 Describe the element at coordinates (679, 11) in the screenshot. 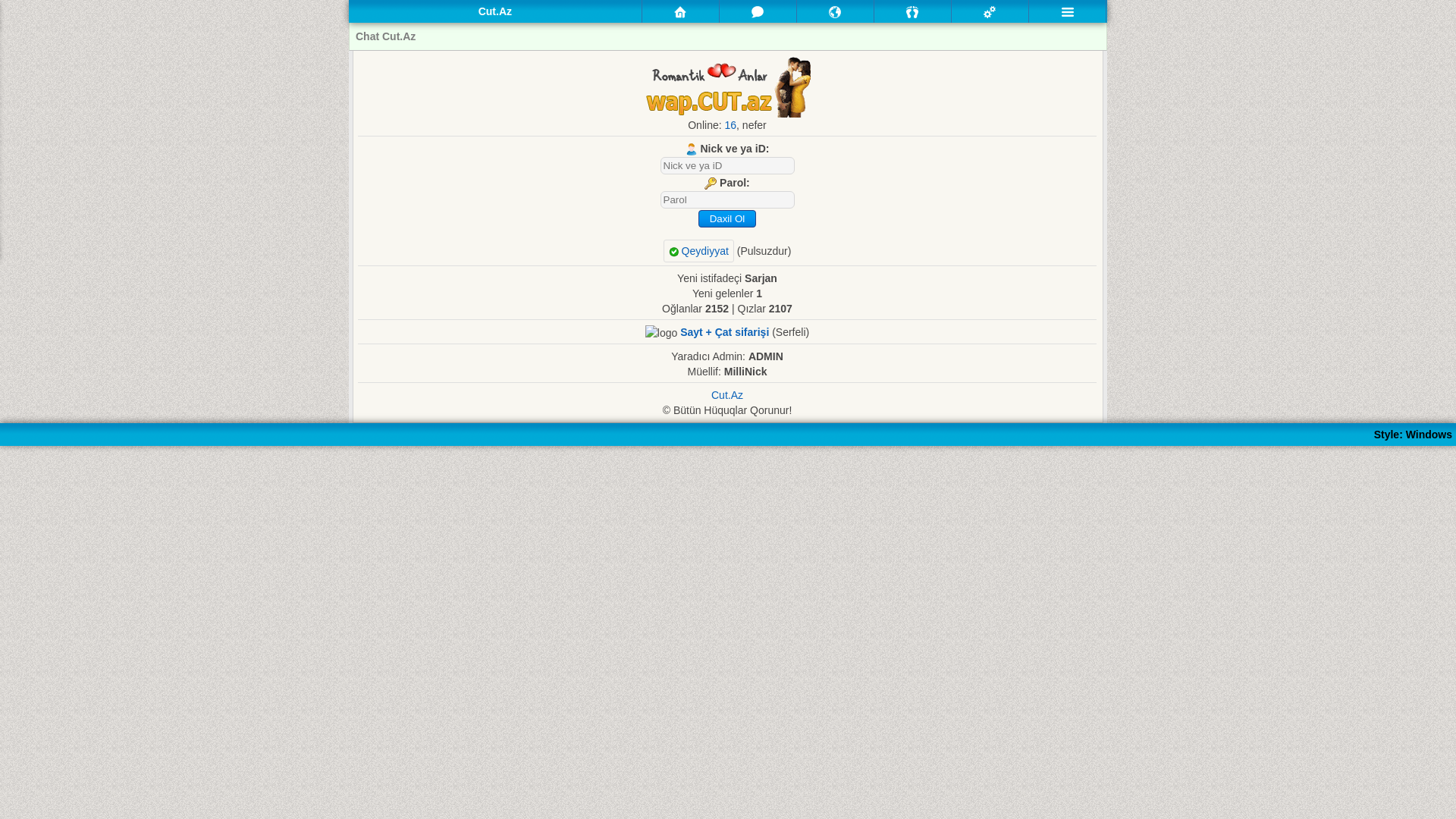

I see `'Ana Sehife'` at that location.